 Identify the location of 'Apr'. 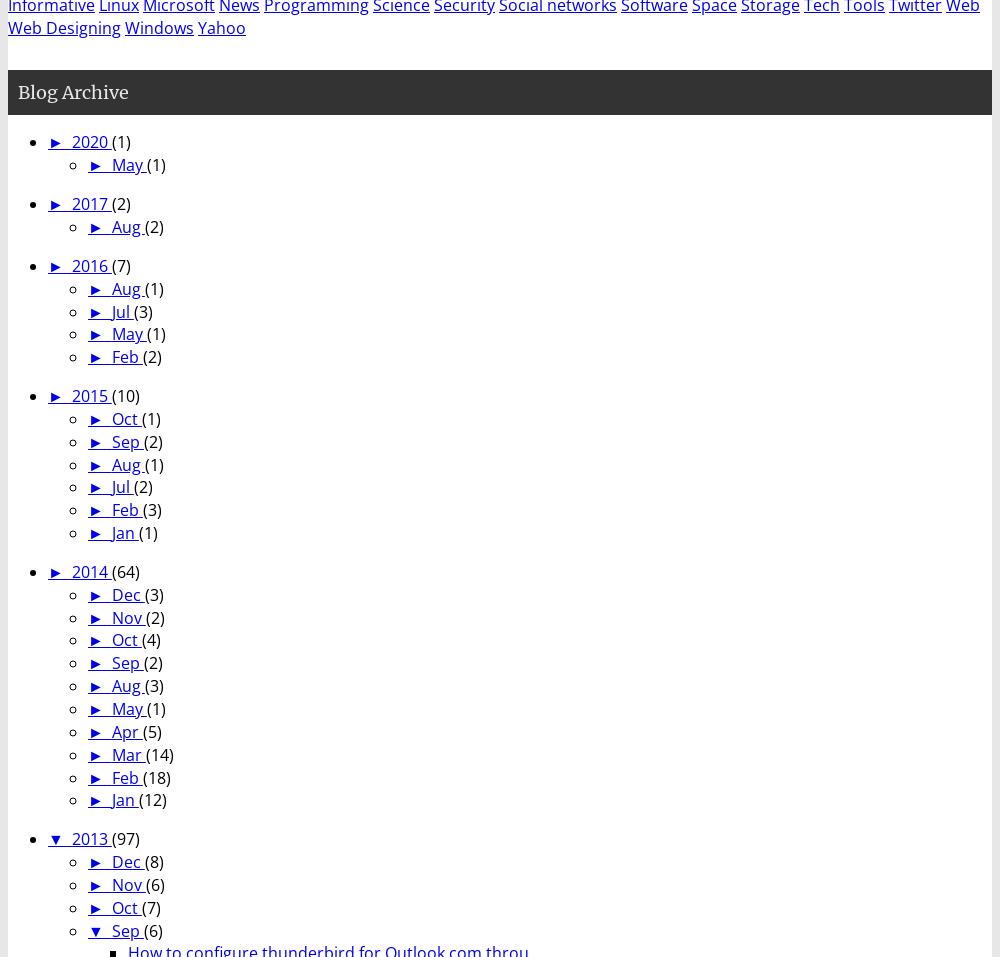
(110, 730).